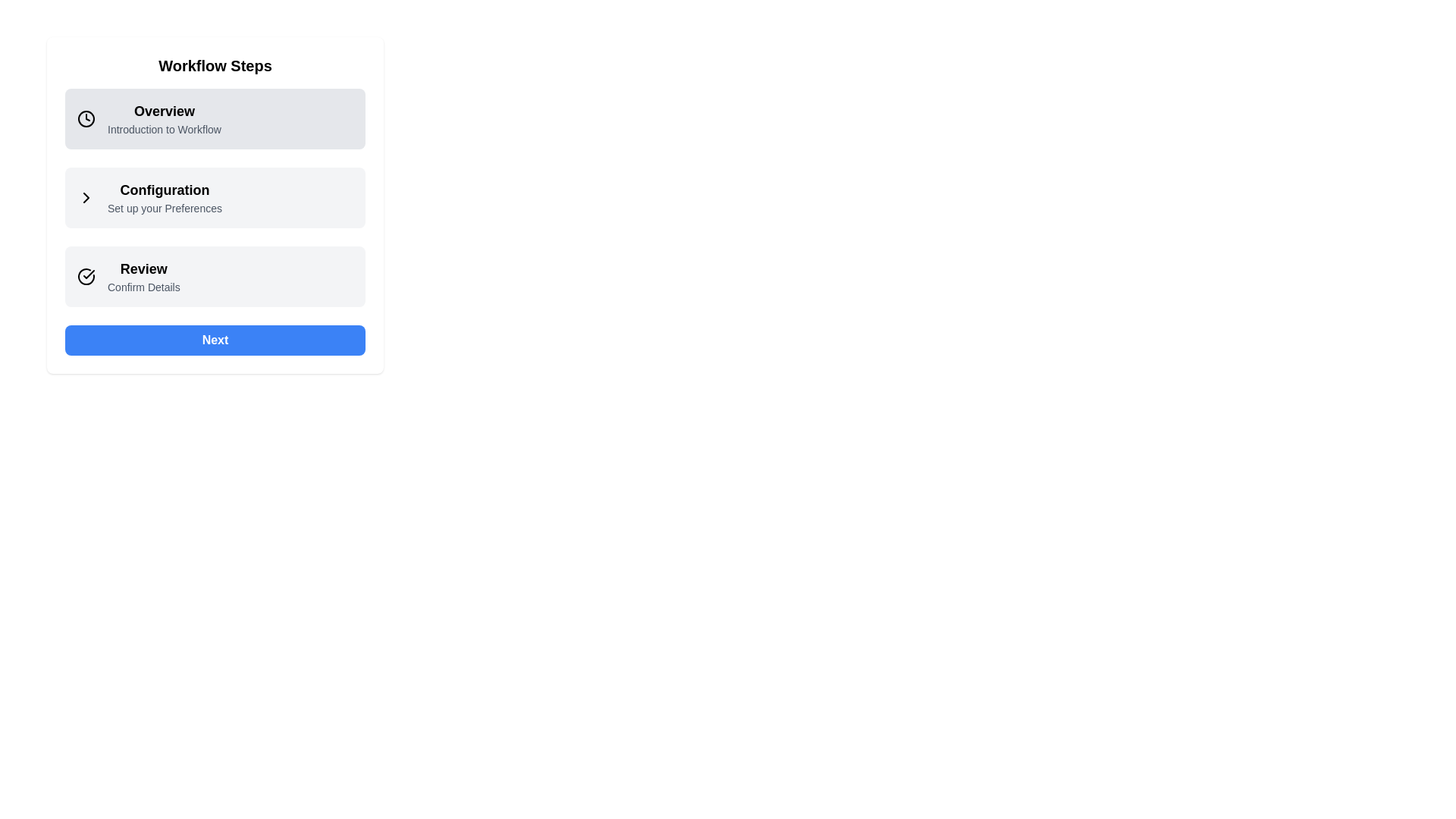 This screenshot has height=819, width=1456. I want to click on the checkmark icon styled with a line-based design located within the circular outline to the left of the 'Review' text in the 'Workflow Steps' section, so click(88, 275).